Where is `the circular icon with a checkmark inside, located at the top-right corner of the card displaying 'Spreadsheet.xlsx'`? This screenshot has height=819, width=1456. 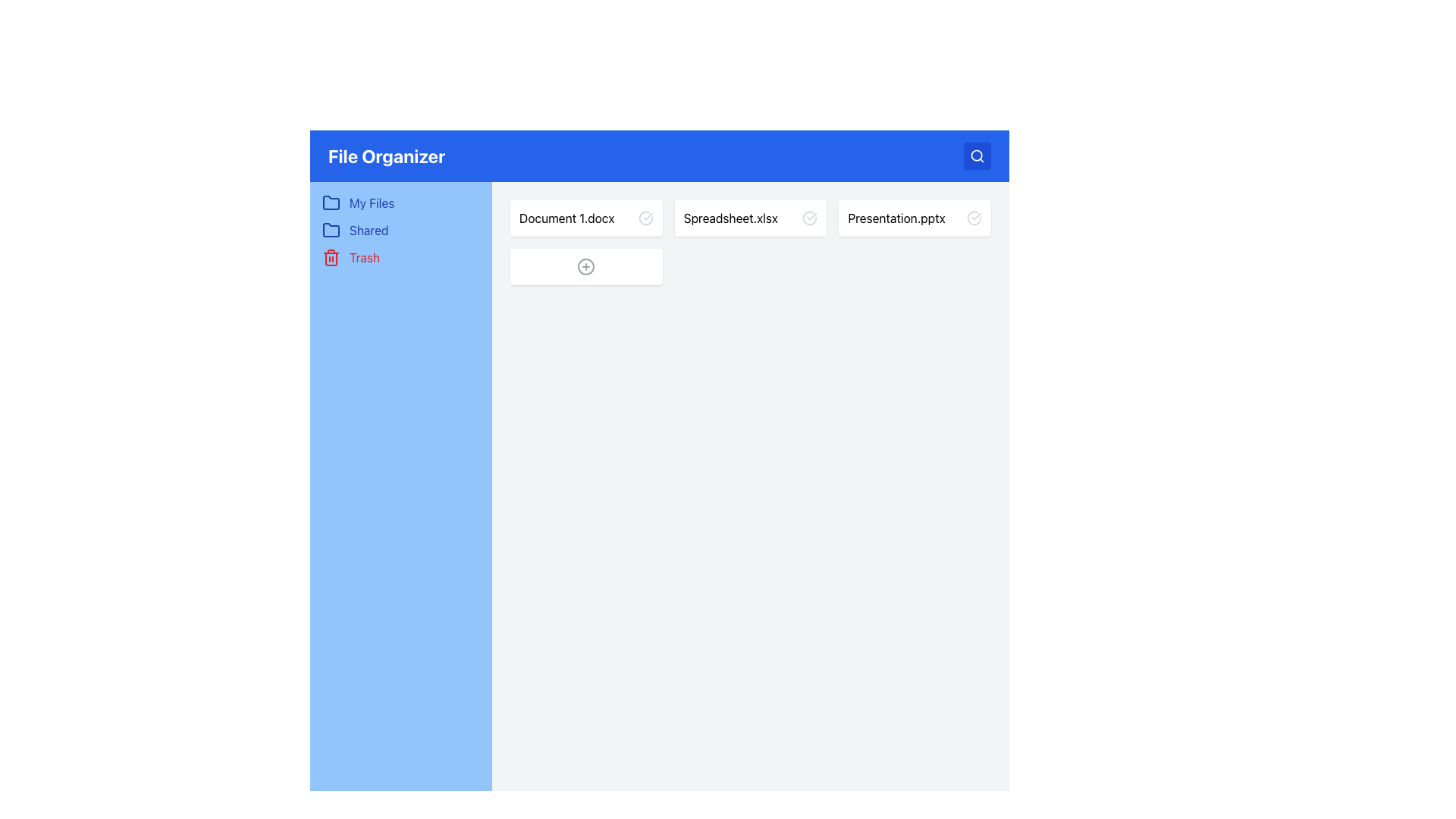 the circular icon with a checkmark inside, located at the top-right corner of the card displaying 'Spreadsheet.xlsx' is located at coordinates (809, 218).